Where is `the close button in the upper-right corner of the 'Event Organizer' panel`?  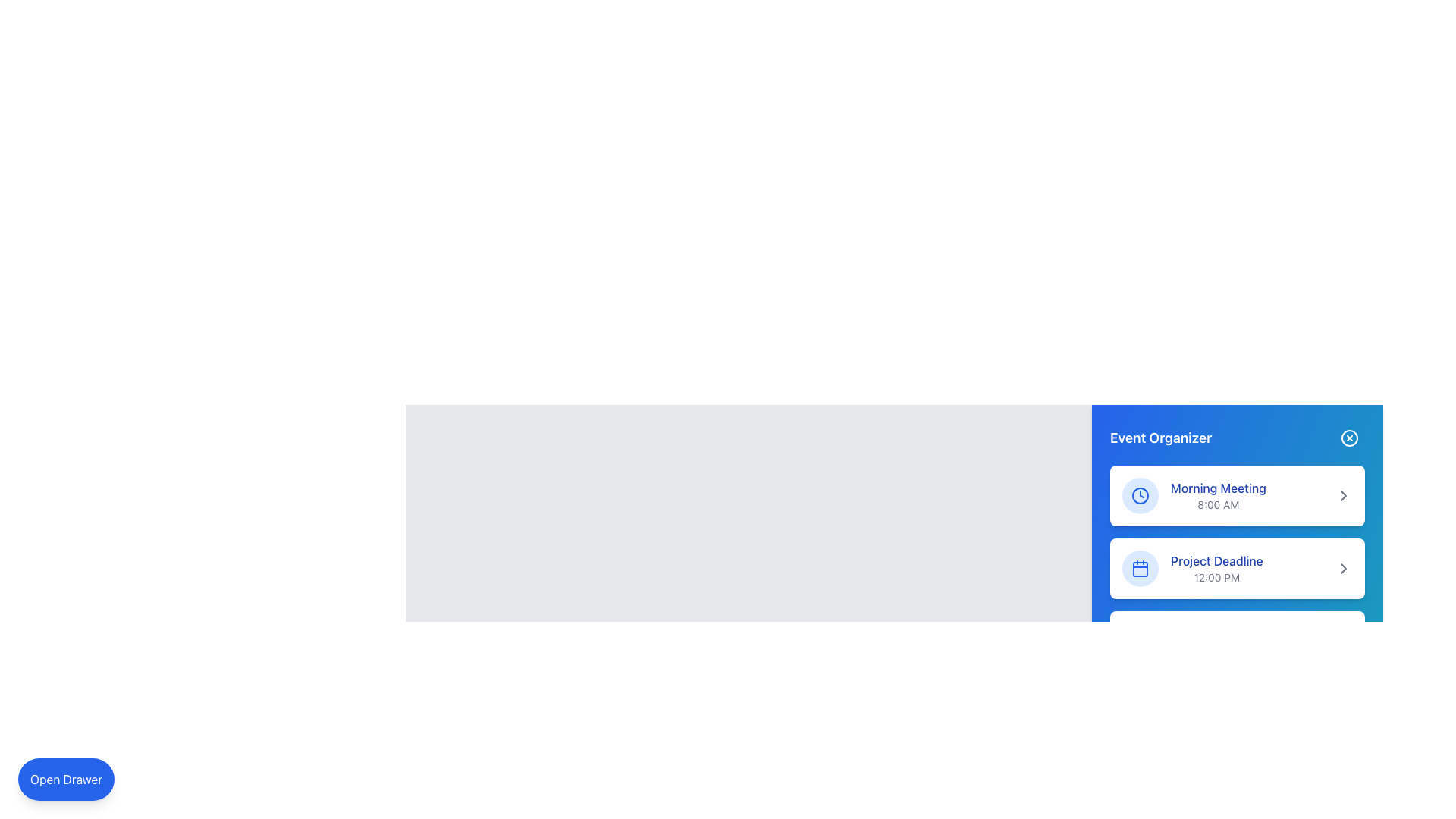
the close button in the upper-right corner of the 'Event Organizer' panel is located at coordinates (1350, 438).